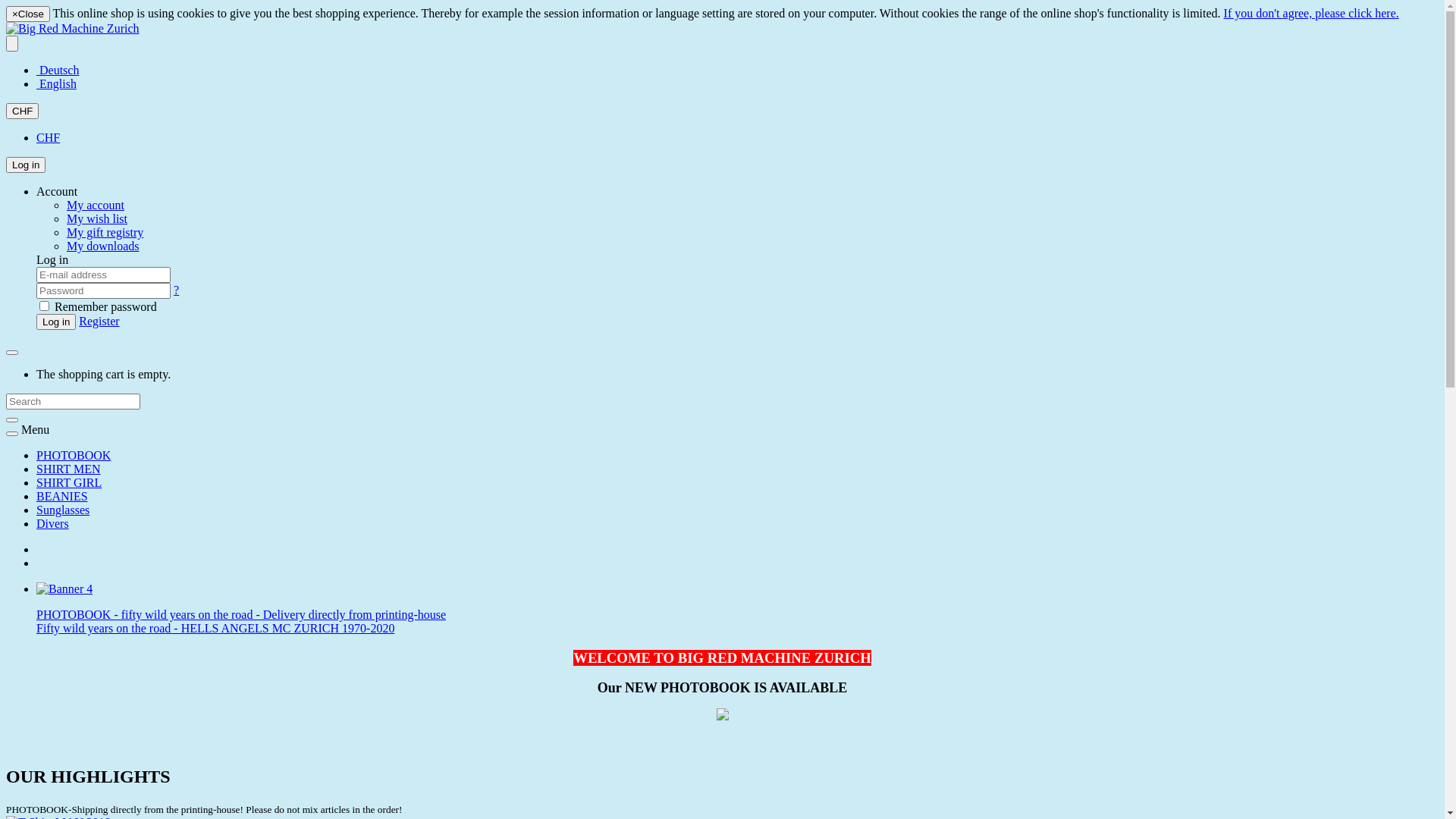 This screenshot has height=819, width=1456. Describe the element at coordinates (78, 320) in the screenshot. I see `'Register'` at that location.